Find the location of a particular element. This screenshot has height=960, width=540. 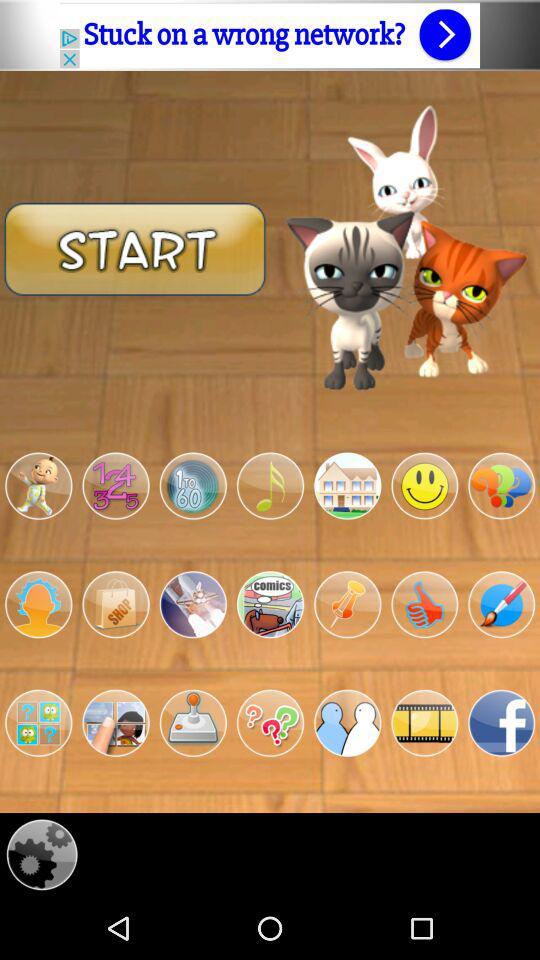

a category is located at coordinates (270, 485).